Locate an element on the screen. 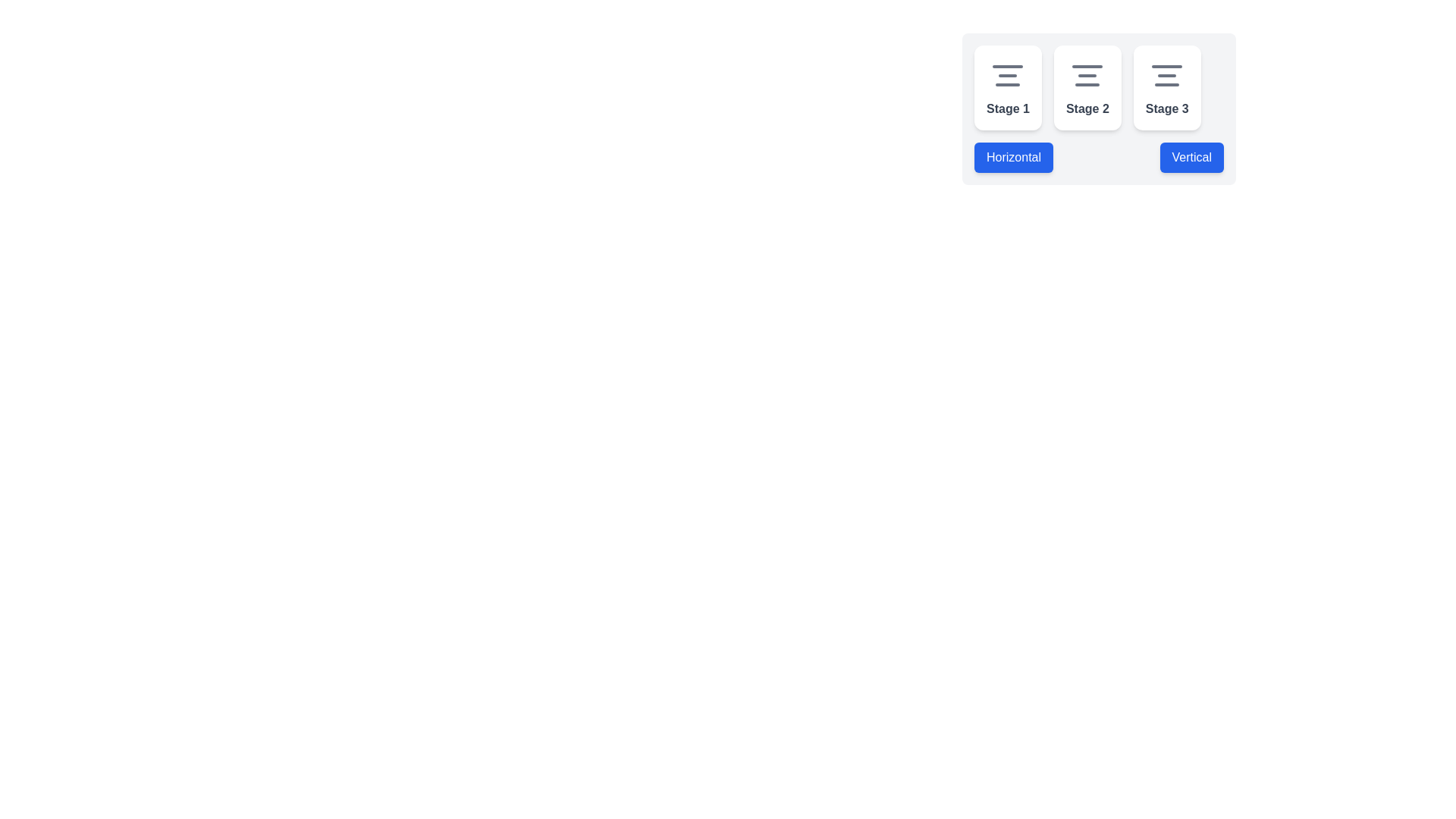  the first Card component located at the top left of a group of three horizontally aligned cards, which represents a stage or step in a sequence is located at coordinates (1008, 87).